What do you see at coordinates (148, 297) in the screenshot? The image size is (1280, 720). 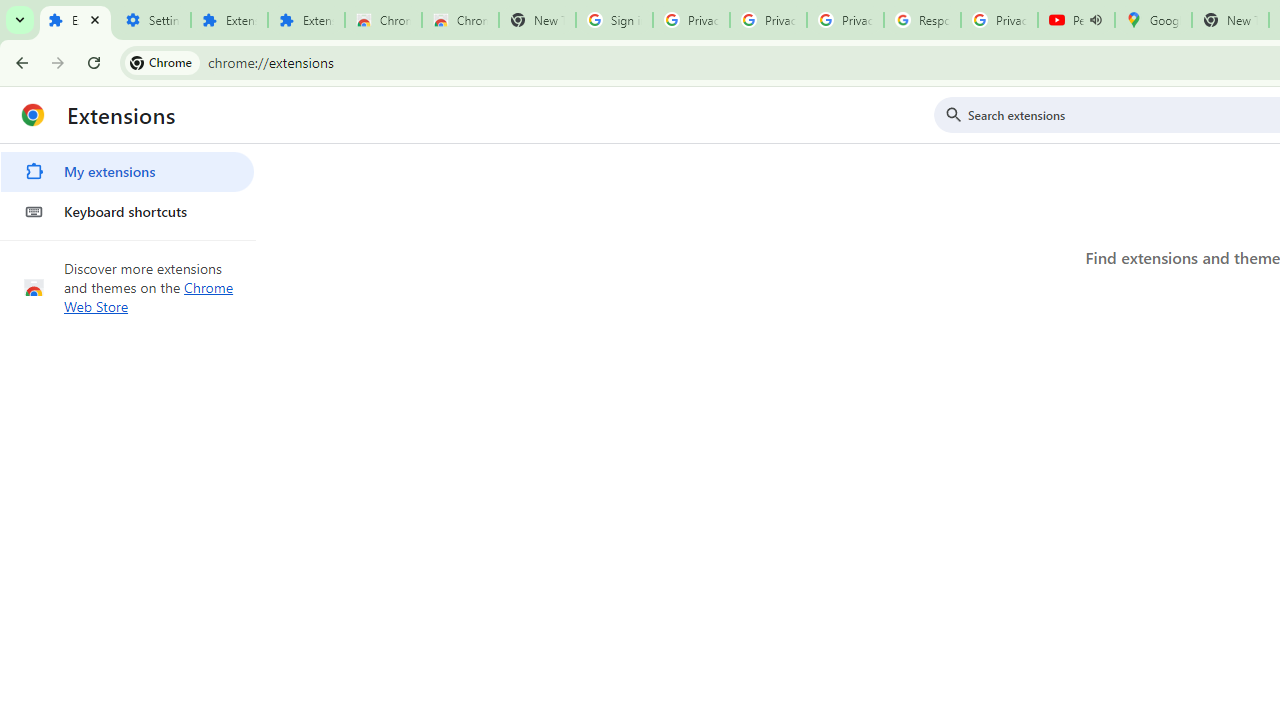 I see `'Chrome Web Store'` at bounding box center [148, 297].